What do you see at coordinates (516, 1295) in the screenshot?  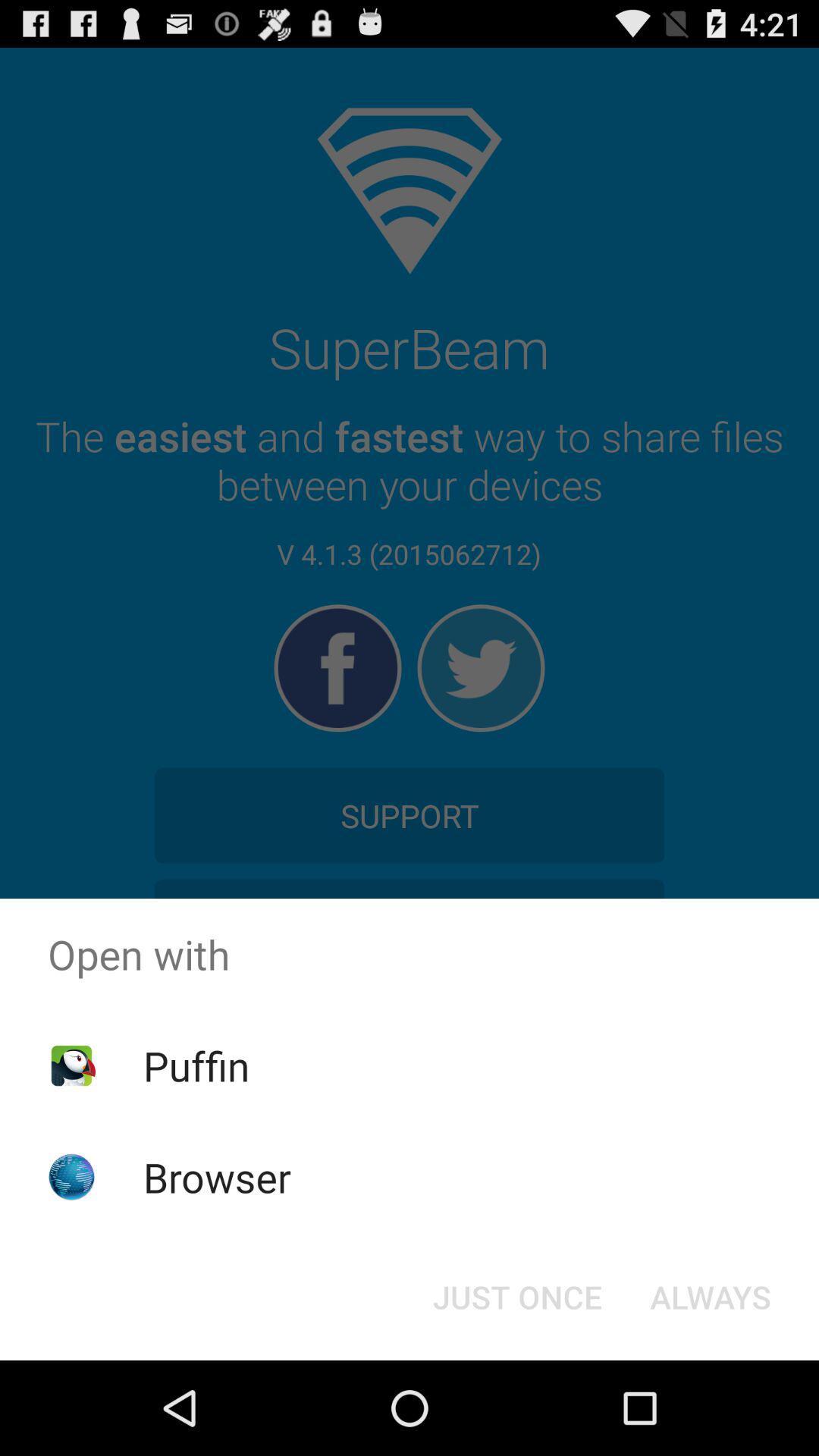 I see `button to the left of always icon` at bounding box center [516, 1295].